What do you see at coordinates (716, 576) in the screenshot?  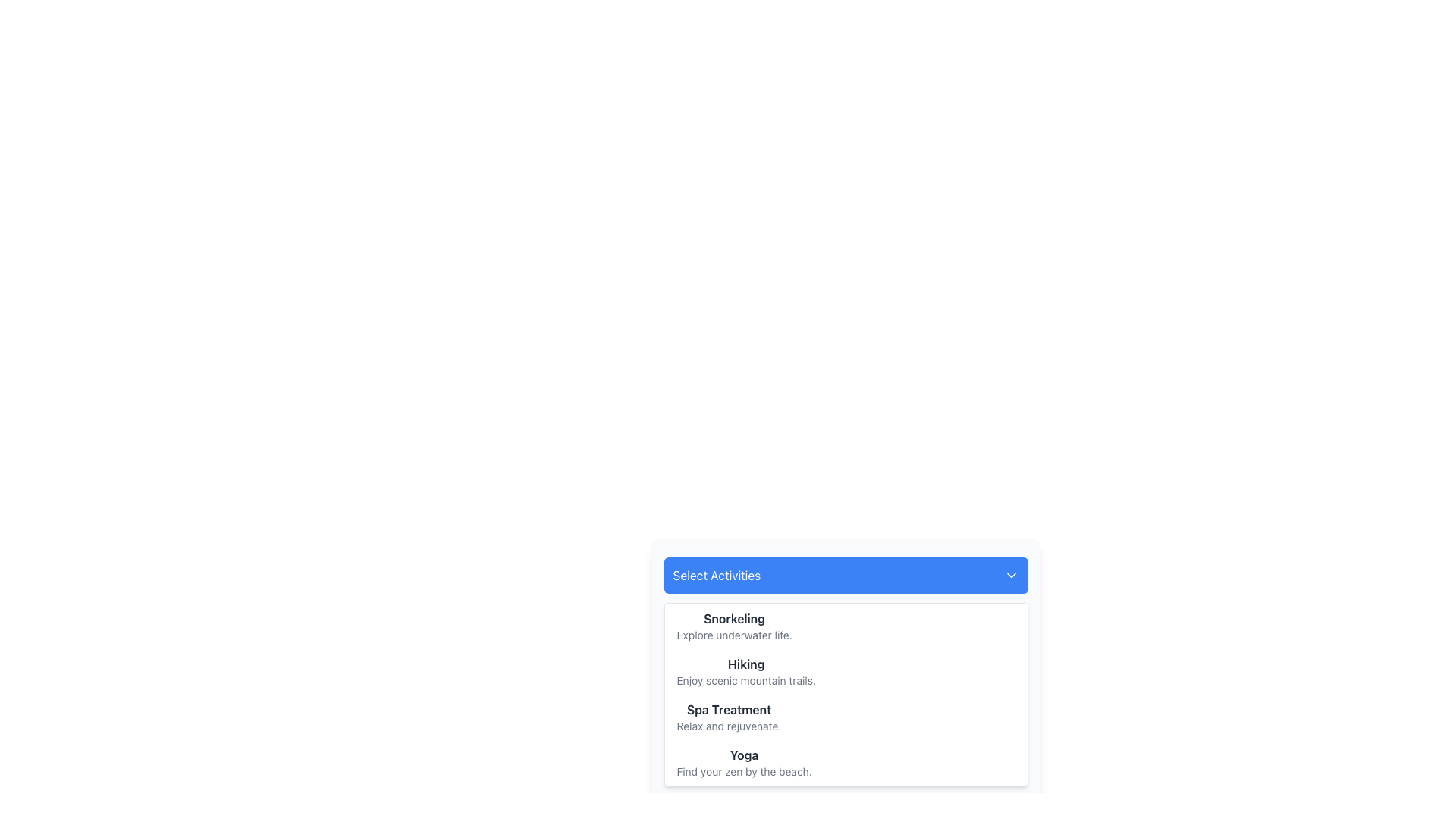 I see `the 'Select Activities' text label displayed in white on a blue background, located at the leftmost position within the blue bar at the top of a dropdown section` at bounding box center [716, 576].